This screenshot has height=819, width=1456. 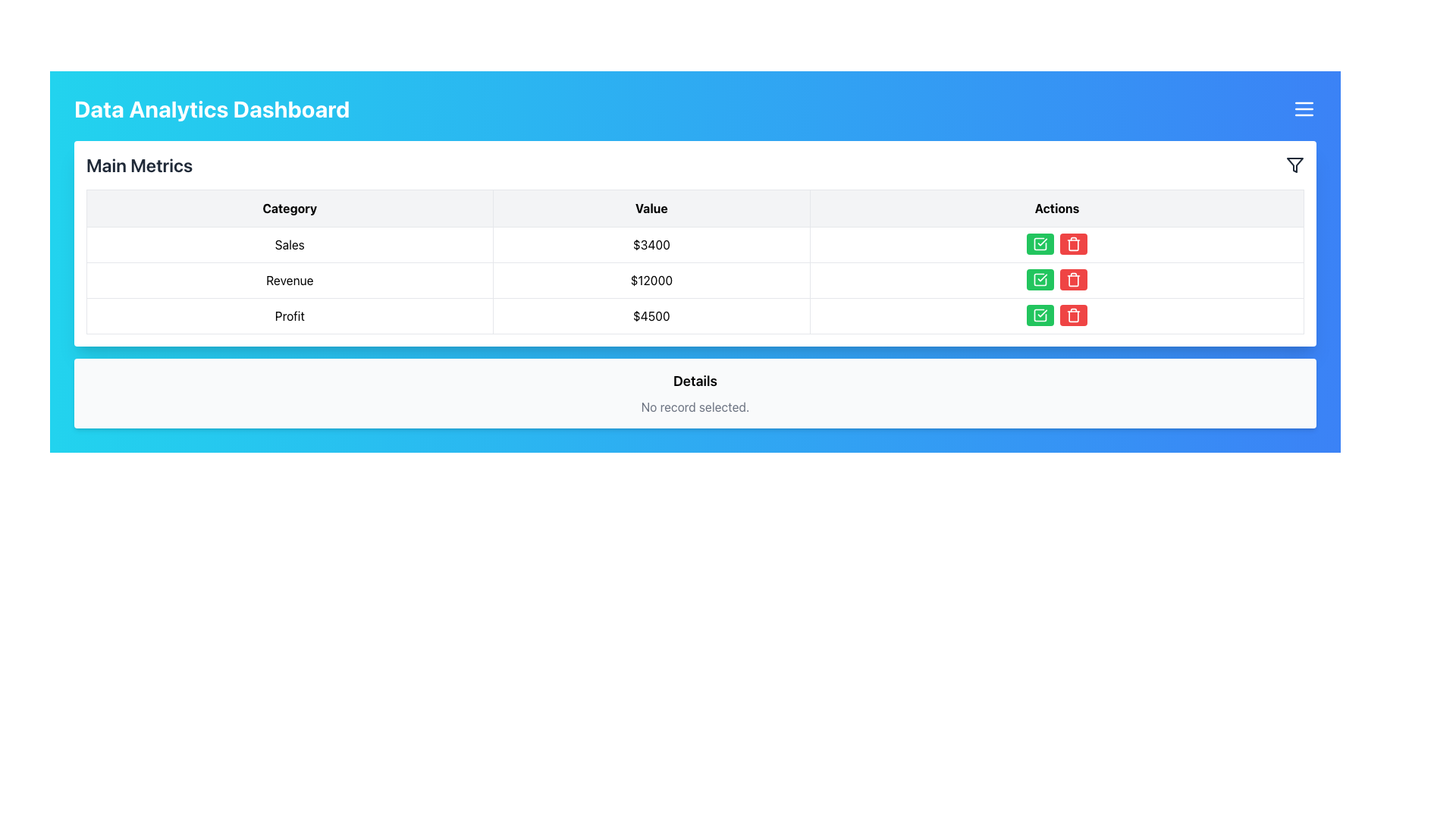 What do you see at coordinates (1040, 315) in the screenshot?
I see `the button located in the 'Actions' column of the last row of the data table, adjacent to the '$4500' value in the 'Profit' row, to observe the hover effect` at bounding box center [1040, 315].